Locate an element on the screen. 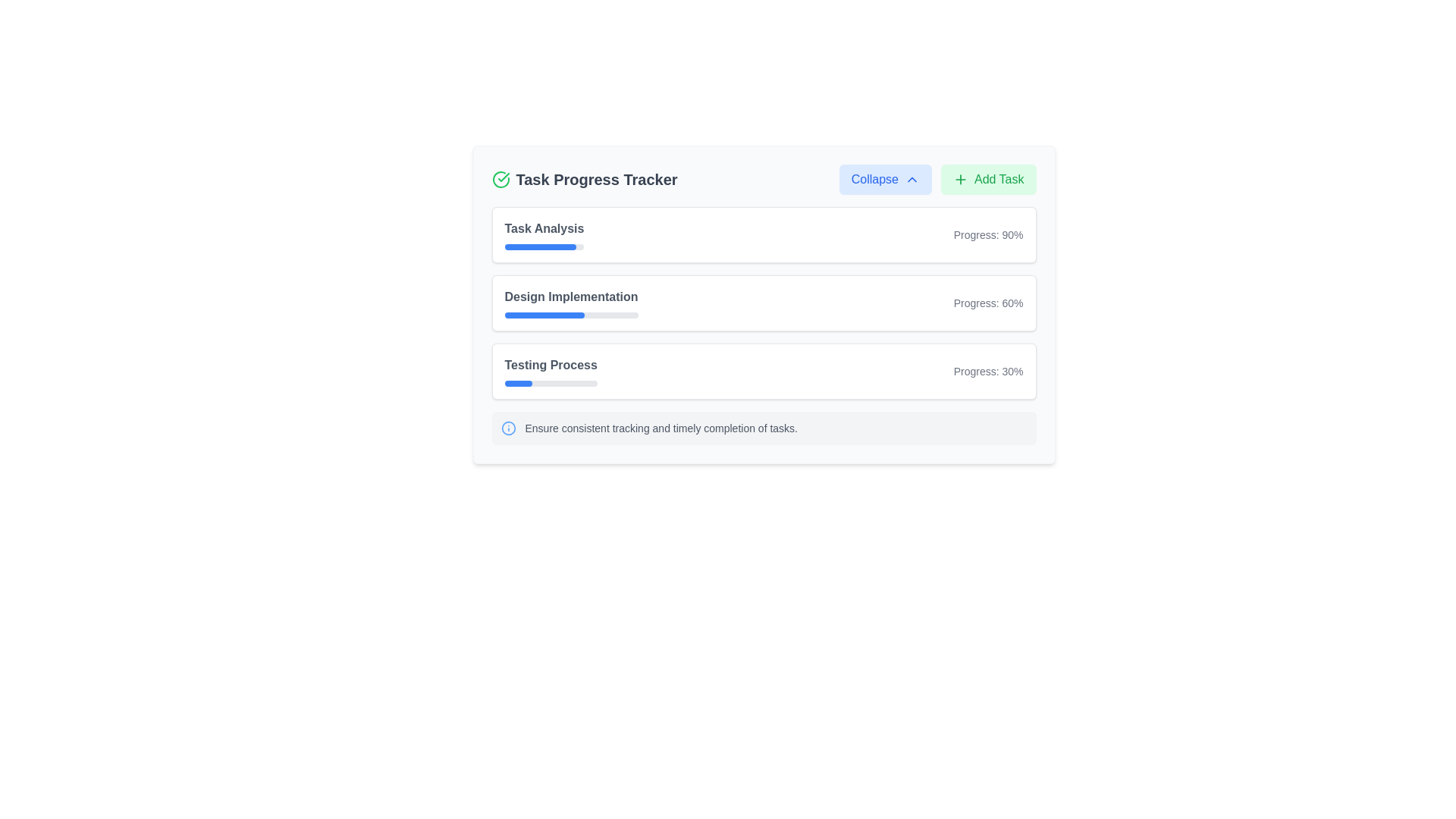 The image size is (1456, 819). the 'Design Implementation' label, which is styled with a bold font and gray color, located above a blue progress bar in the 'Task Progress Tracker' section is located at coordinates (570, 303).